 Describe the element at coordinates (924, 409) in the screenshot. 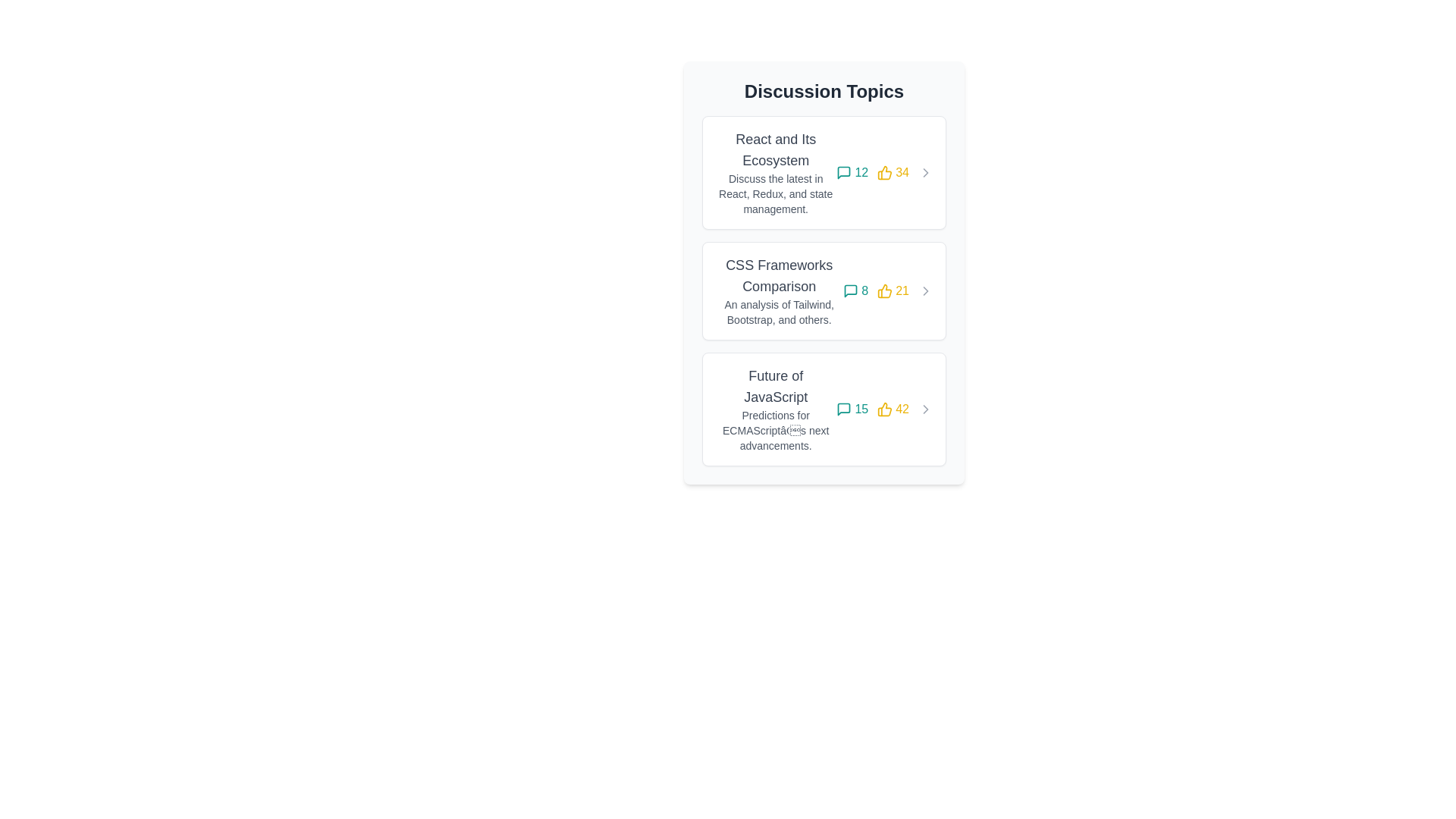

I see `the right arrow icon with a thin outline located in the bottom-right corner of the 'Future of JavaScript' discussion topic section` at that location.